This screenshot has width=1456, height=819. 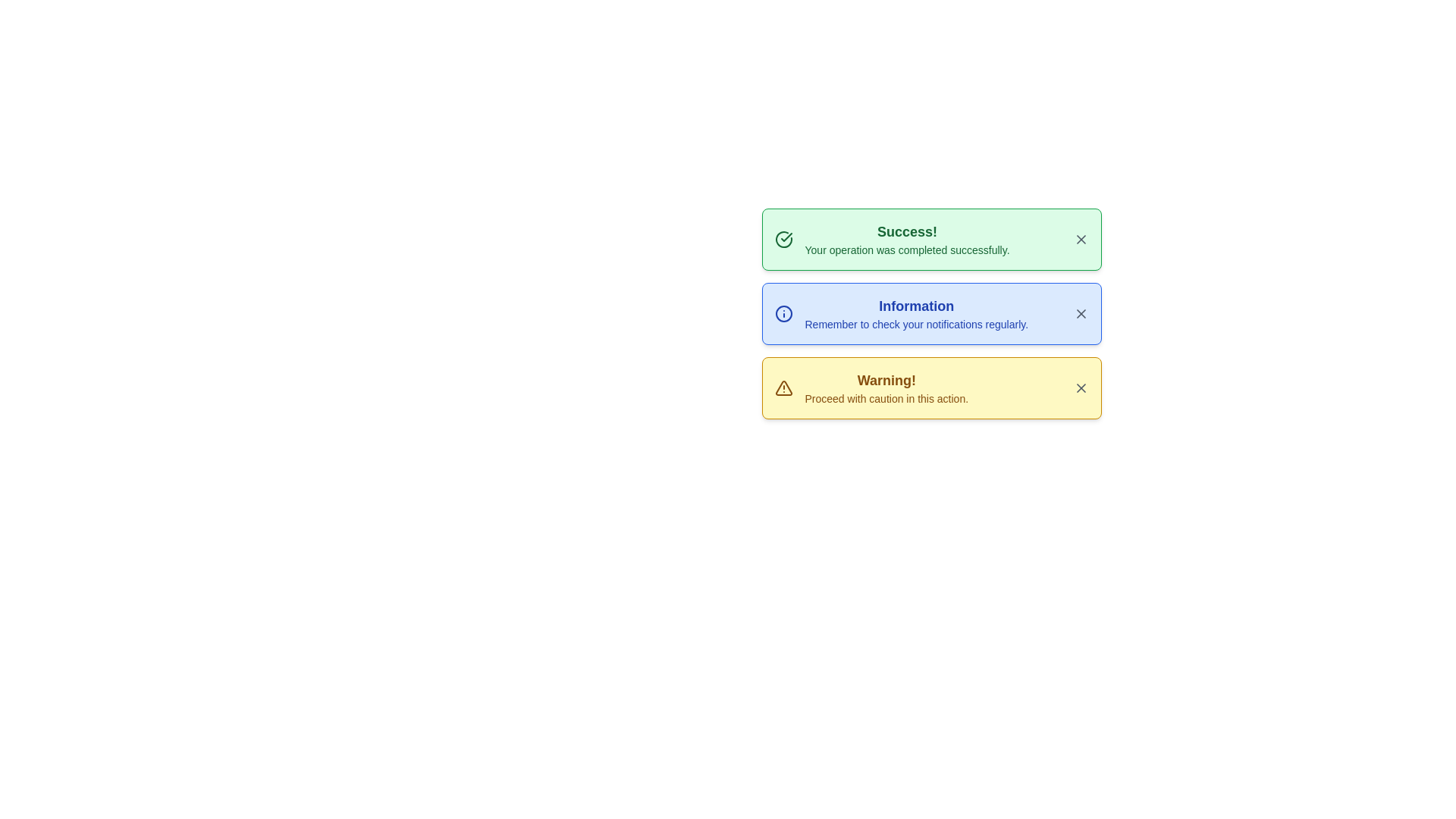 I want to click on the close icon located at the top-right corner of the notification card, so click(x=1080, y=388).